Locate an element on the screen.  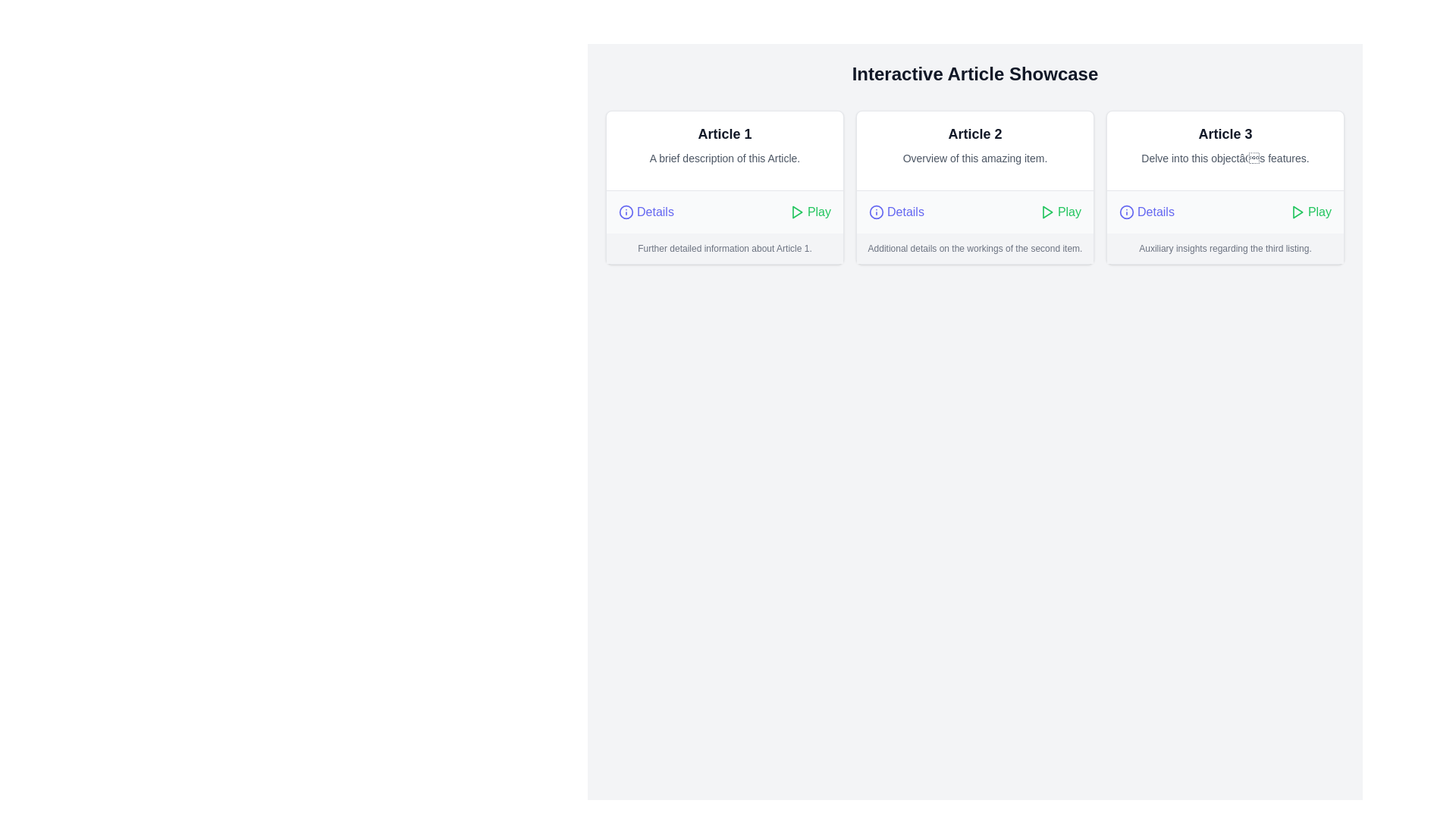
the supplementary descriptive Text element located at the bottom of the 'Article 2' card, which is positioned beneath the 'Details' and 'Play' elements is located at coordinates (975, 247).